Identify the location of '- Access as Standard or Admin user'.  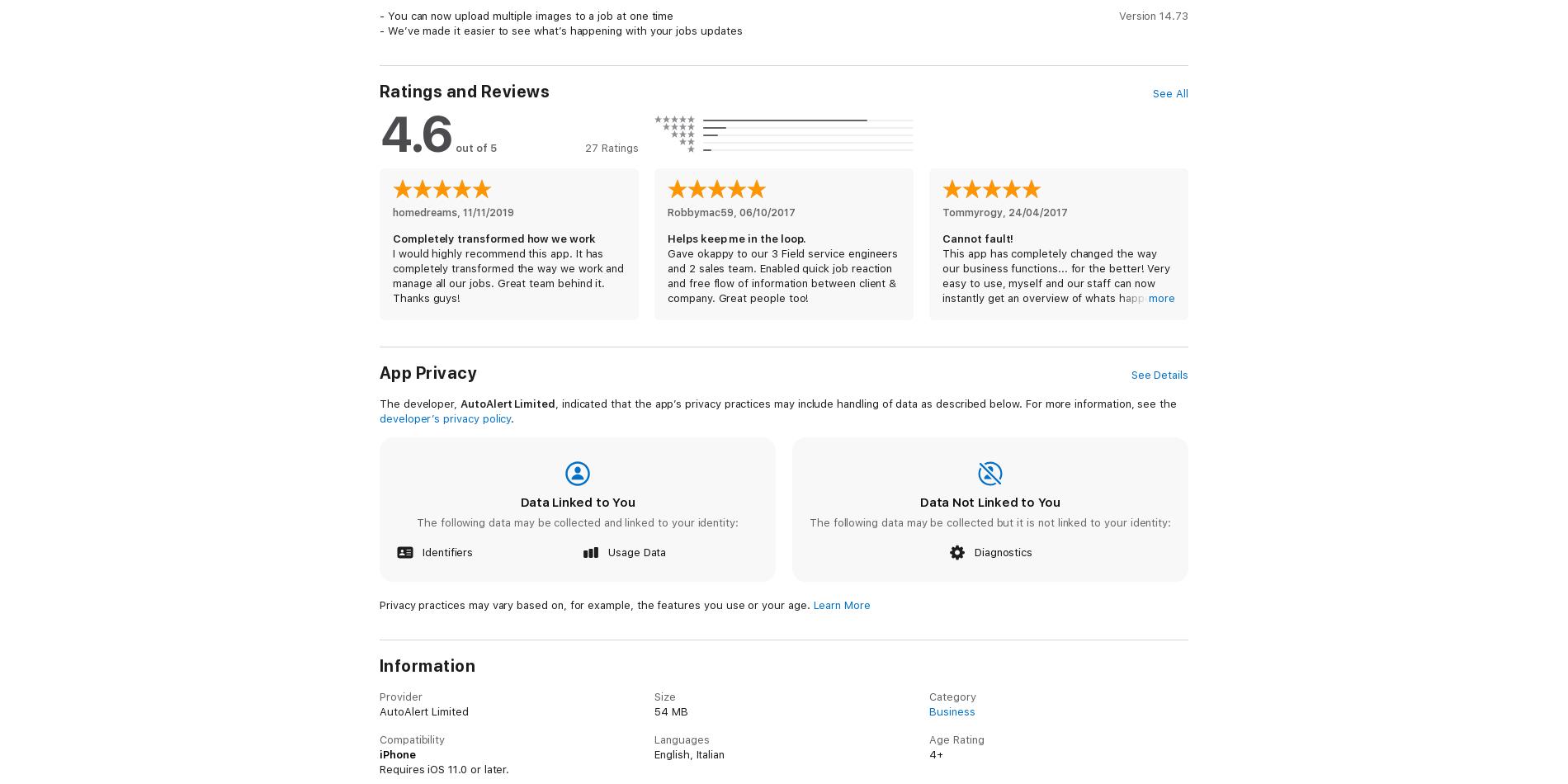
(470, 740).